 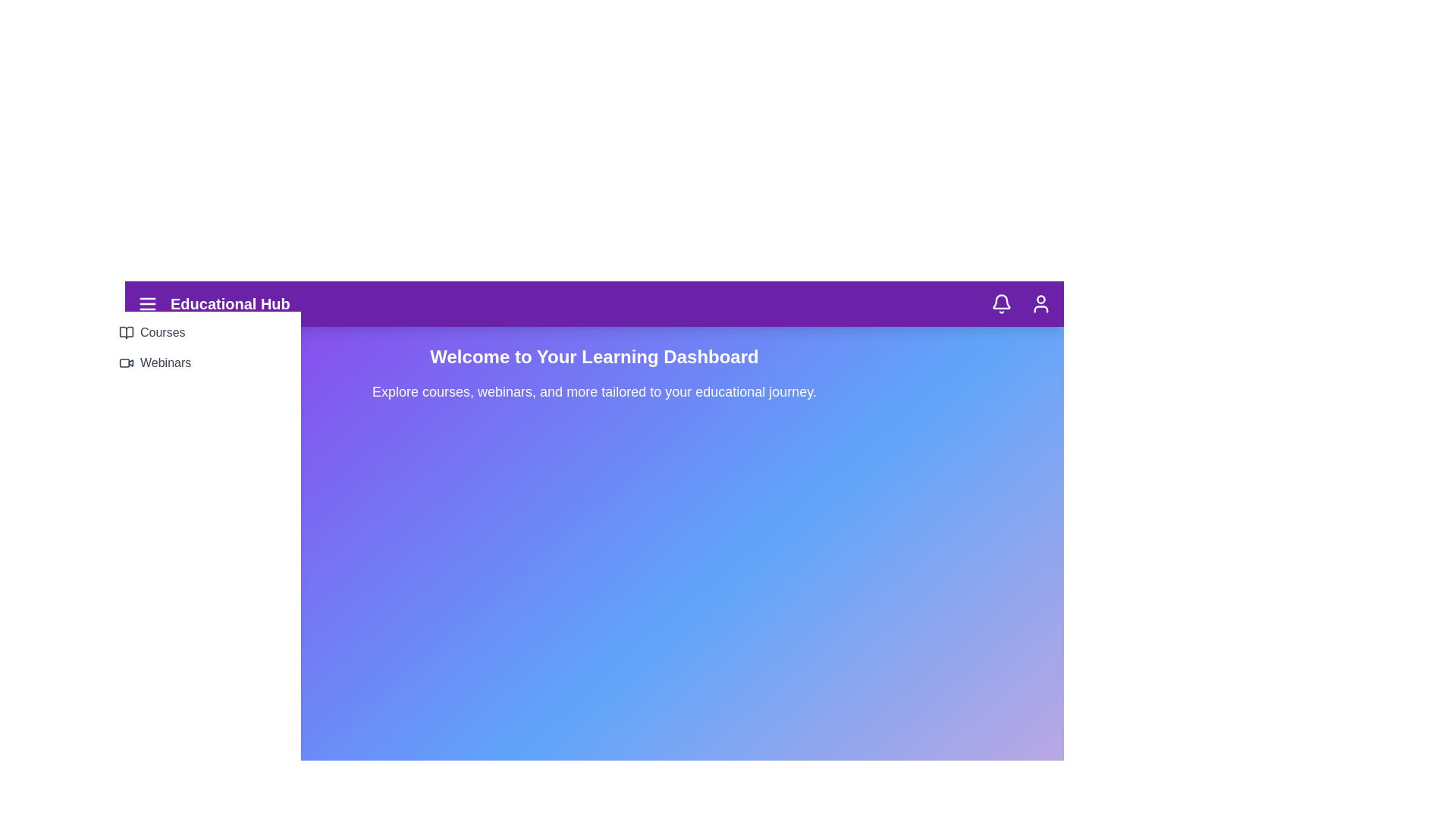 What do you see at coordinates (202, 332) in the screenshot?
I see `the 'Courses' link in the sidebar to navigate to the 'Courses' section` at bounding box center [202, 332].